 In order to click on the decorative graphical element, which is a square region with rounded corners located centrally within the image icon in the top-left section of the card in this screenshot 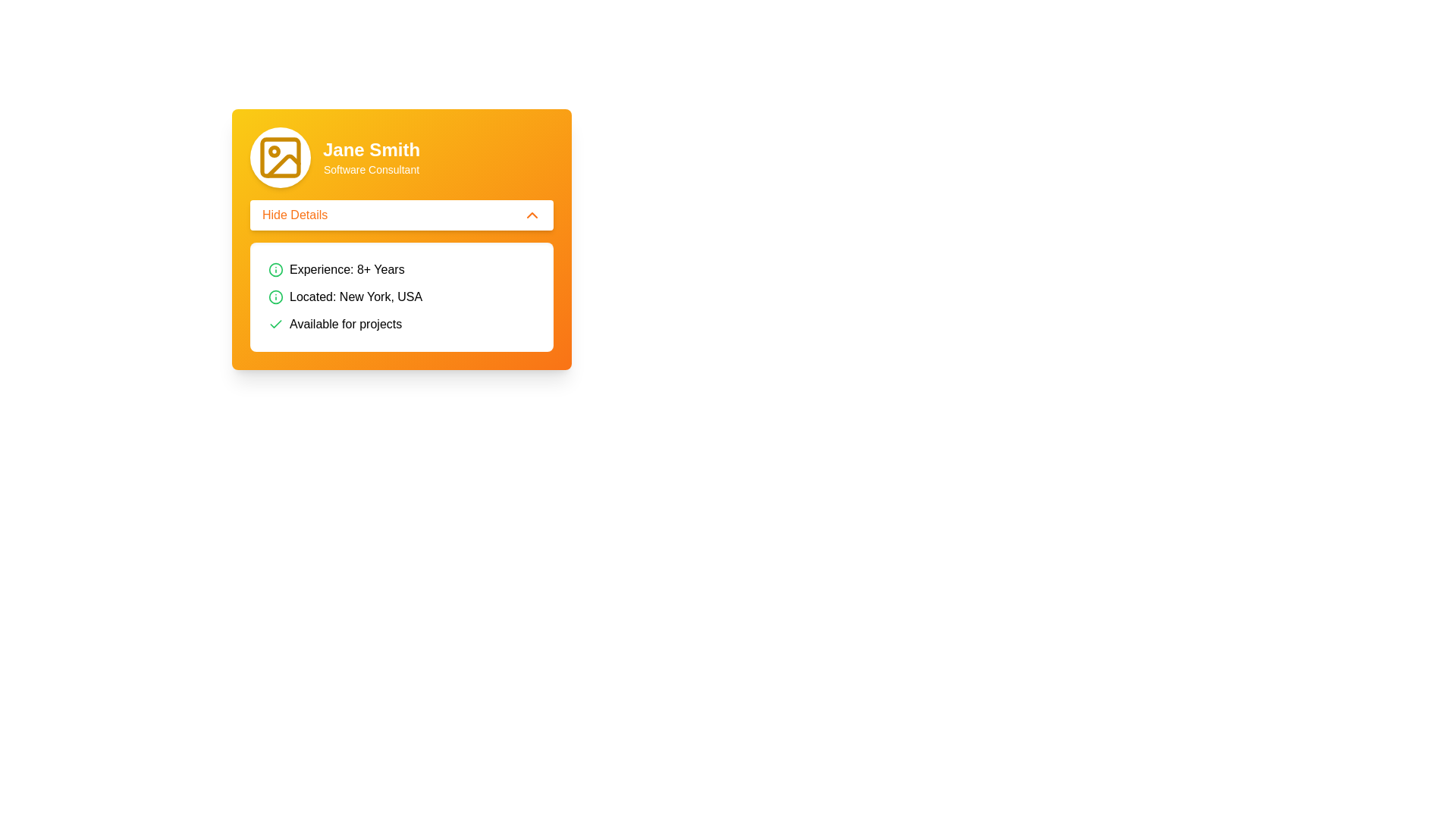, I will do `click(280, 158)`.